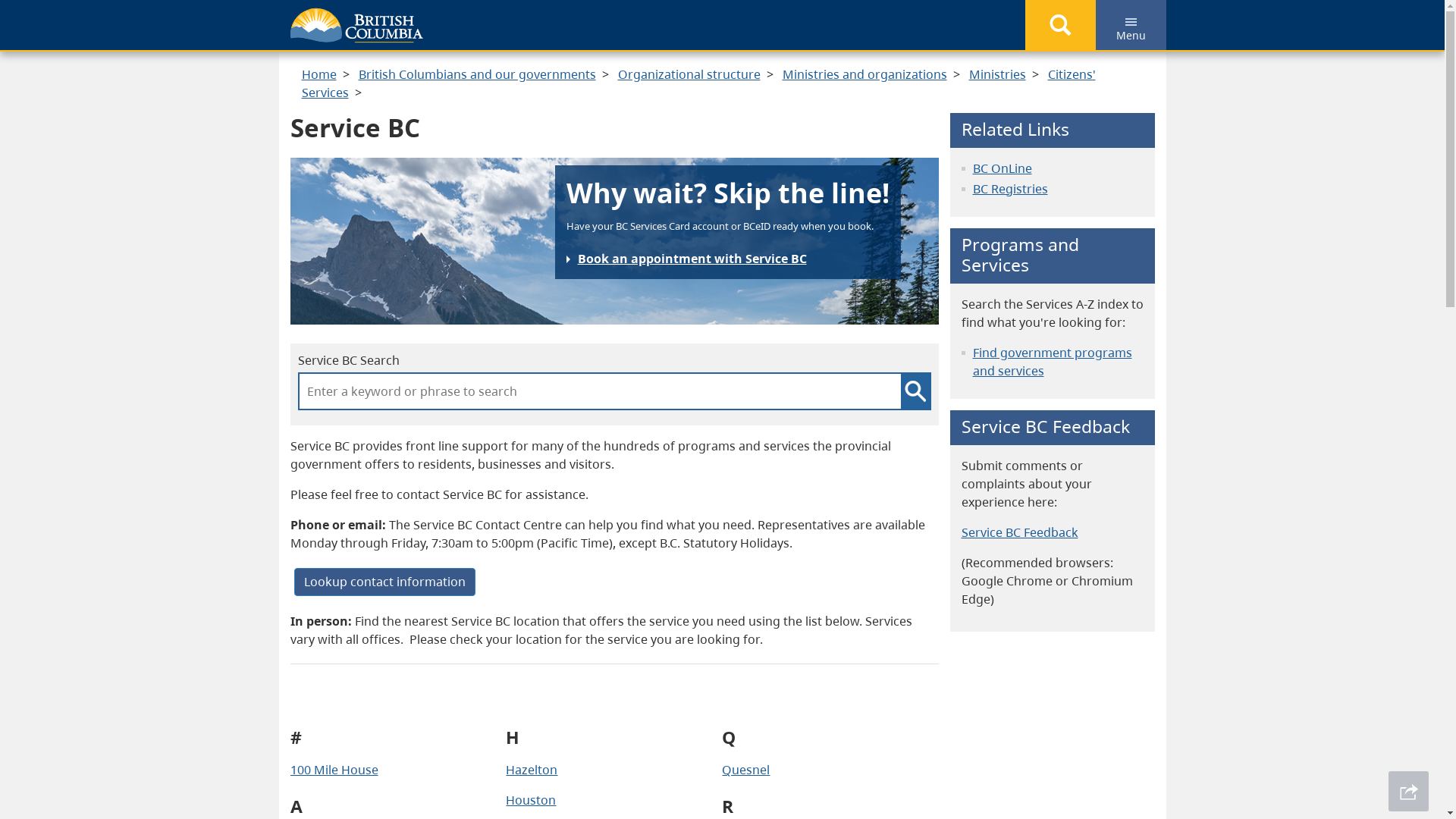  I want to click on 'Share This Page', so click(1407, 790).